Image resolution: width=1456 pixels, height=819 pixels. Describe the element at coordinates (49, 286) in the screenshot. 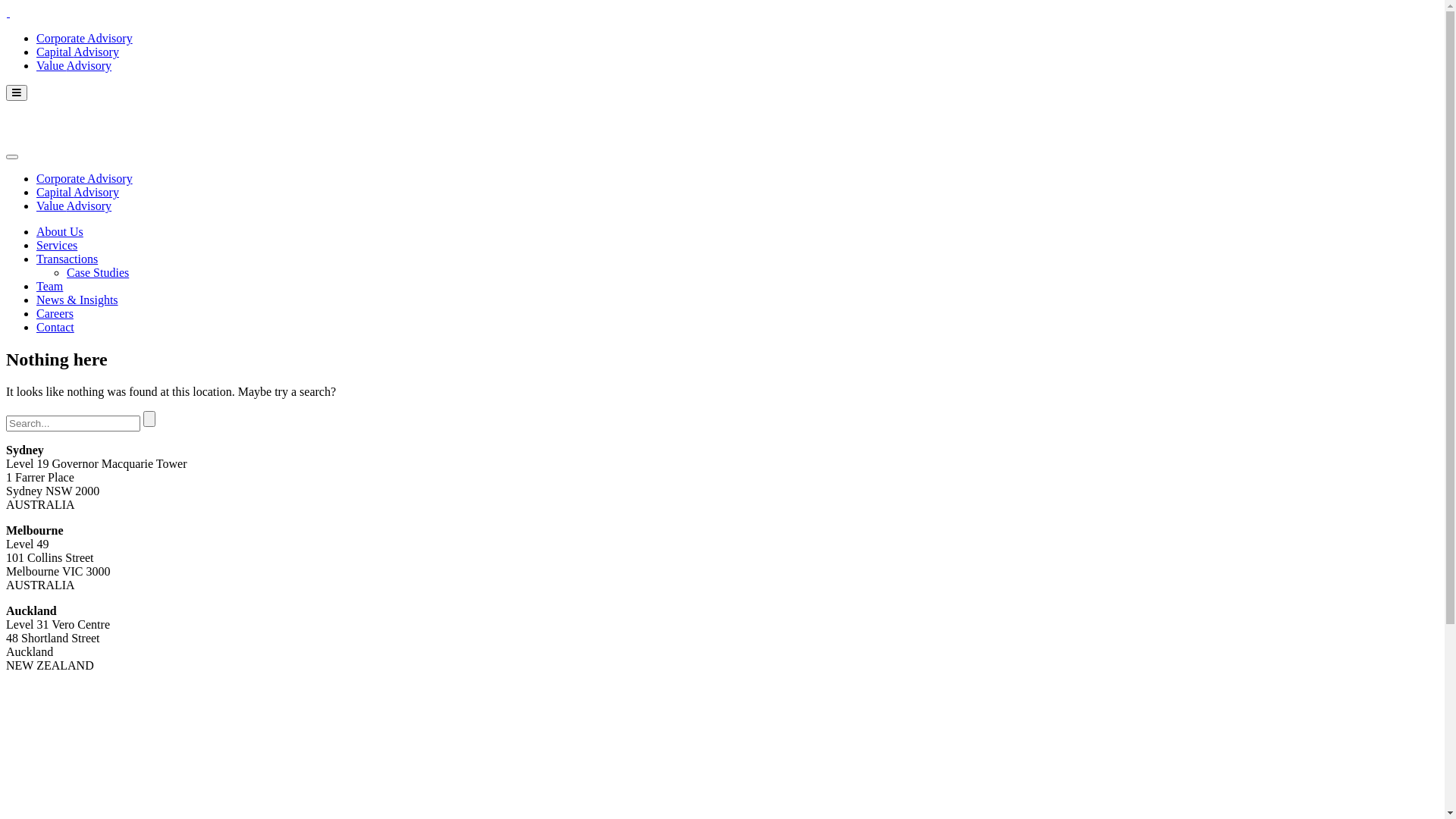

I see `'Team'` at that location.